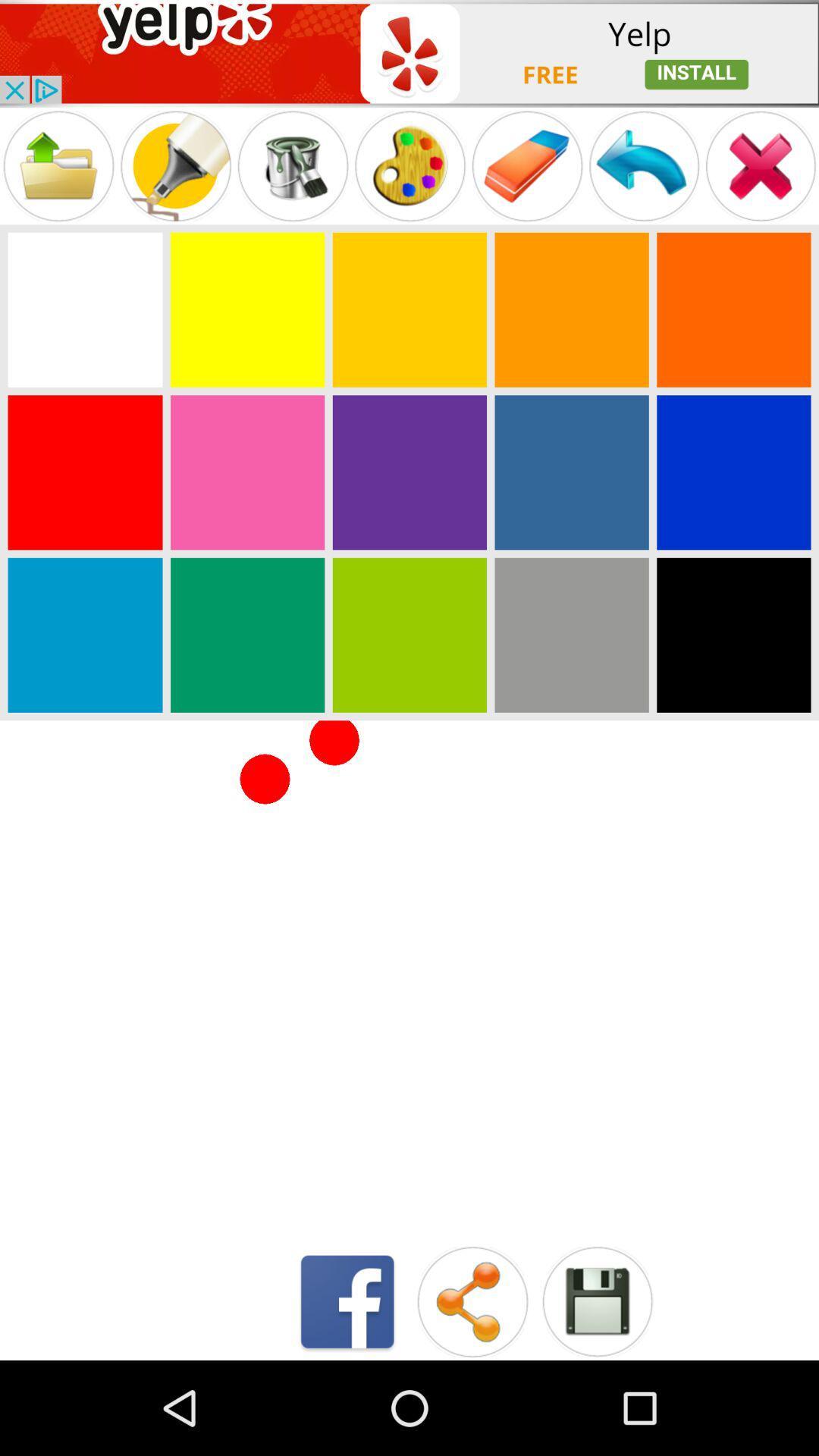  What do you see at coordinates (761, 166) in the screenshot?
I see `to cancel` at bounding box center [761, 166].